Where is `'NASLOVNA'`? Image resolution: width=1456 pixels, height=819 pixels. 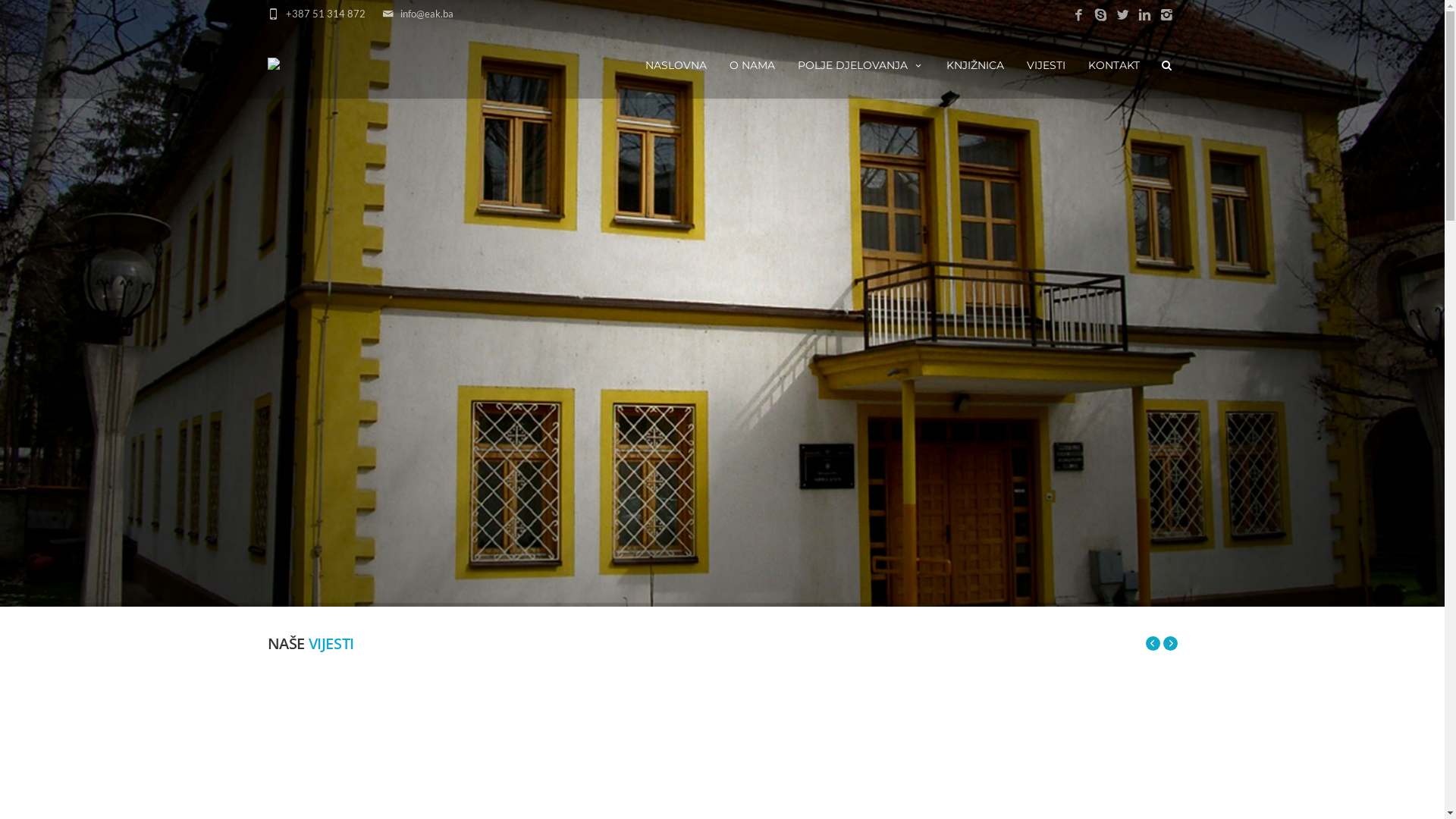 'NASLOVNA' is located at coordinates (633, 63).